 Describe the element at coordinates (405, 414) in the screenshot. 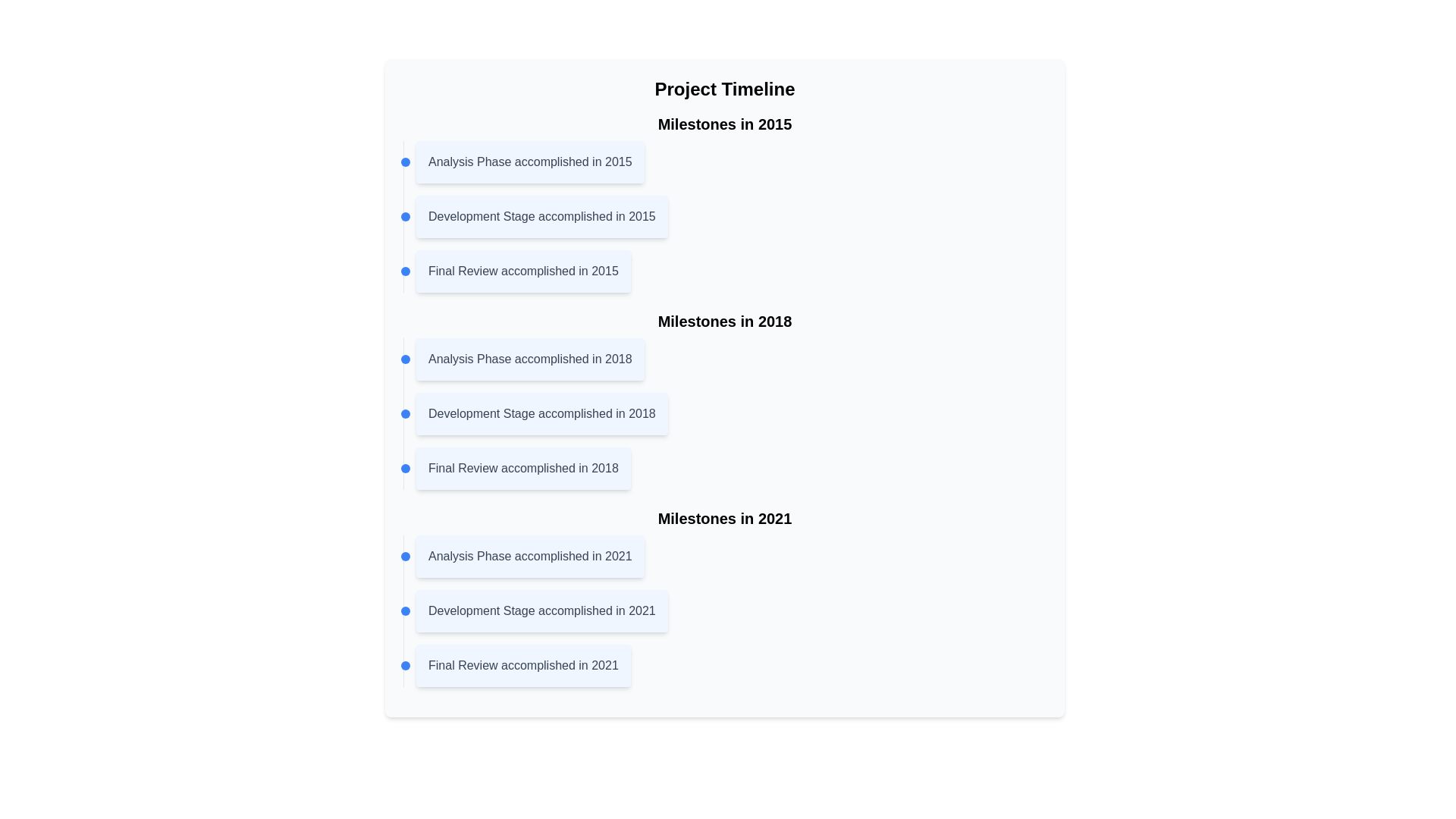

I see `the second blue decorative marker located to the left of the milestone text 'Development Stage accomplished in 2018' within the 'Milestones in 2018' group` at that location.